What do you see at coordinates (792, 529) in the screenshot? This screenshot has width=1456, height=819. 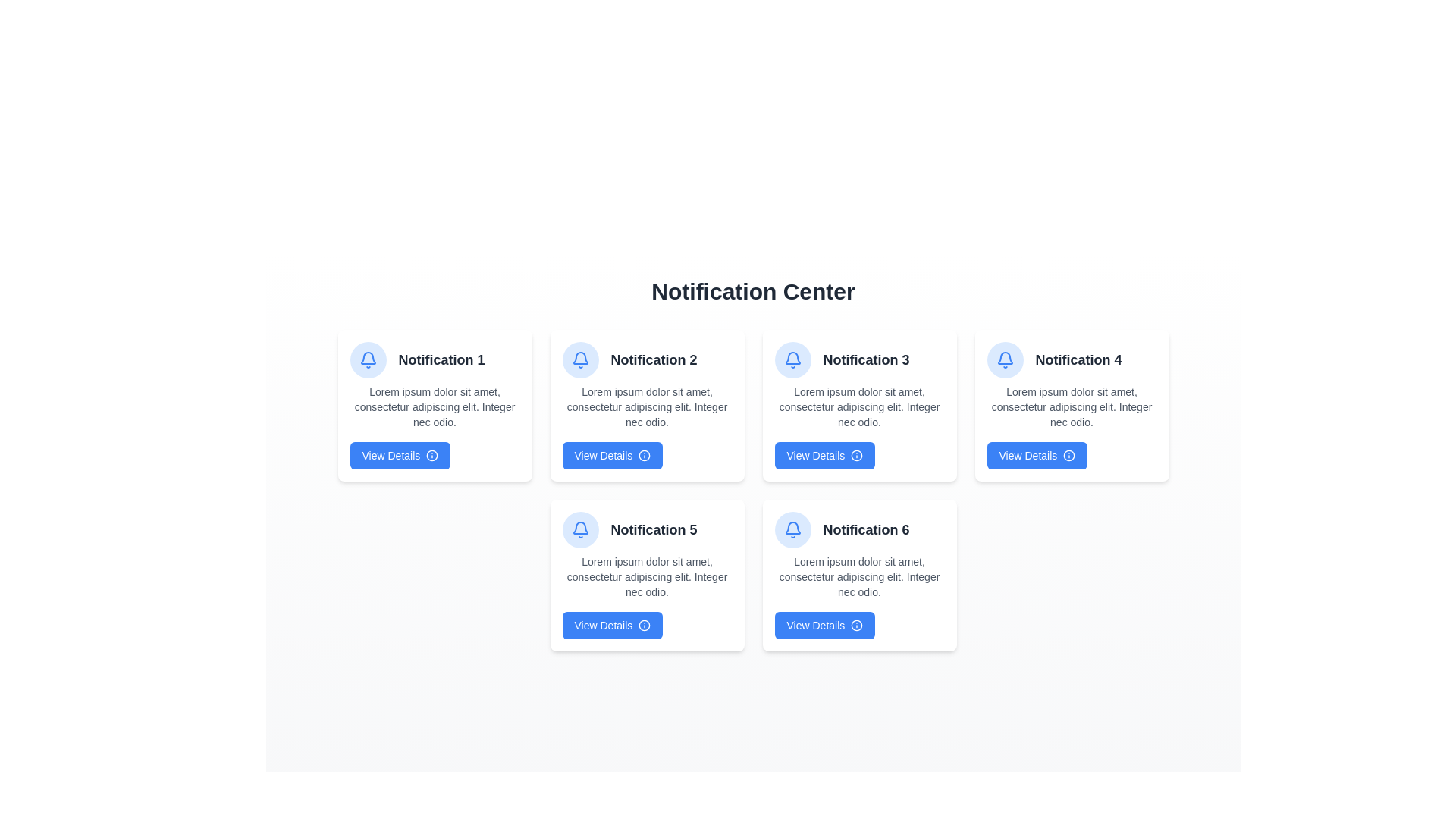 I see `the notification icon located in the sixth notification card under the title 'Notification 6'` at bounding box center [792, 529].